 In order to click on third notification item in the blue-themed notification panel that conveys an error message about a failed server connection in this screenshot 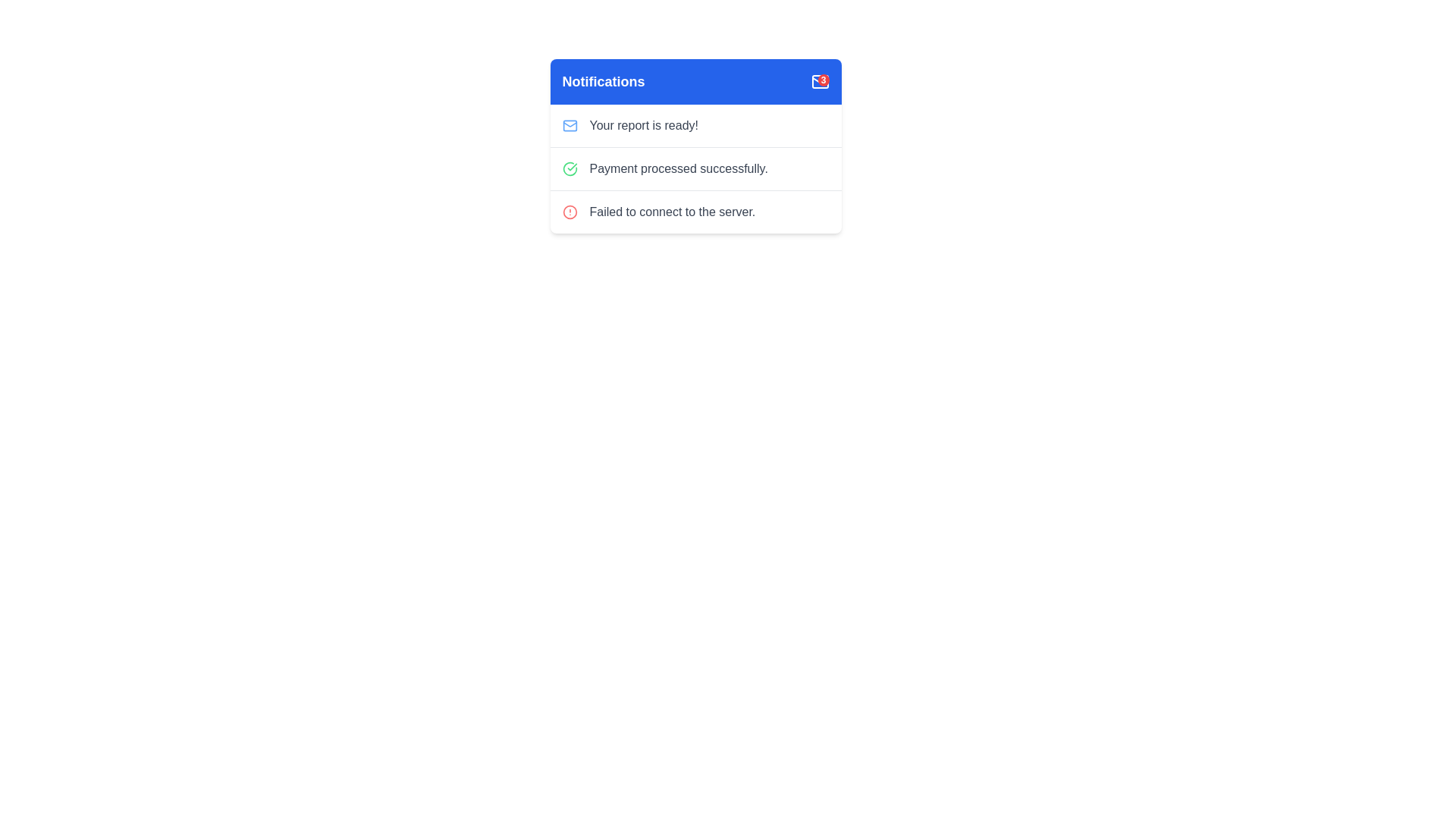, I will do `click(695, 212)`.